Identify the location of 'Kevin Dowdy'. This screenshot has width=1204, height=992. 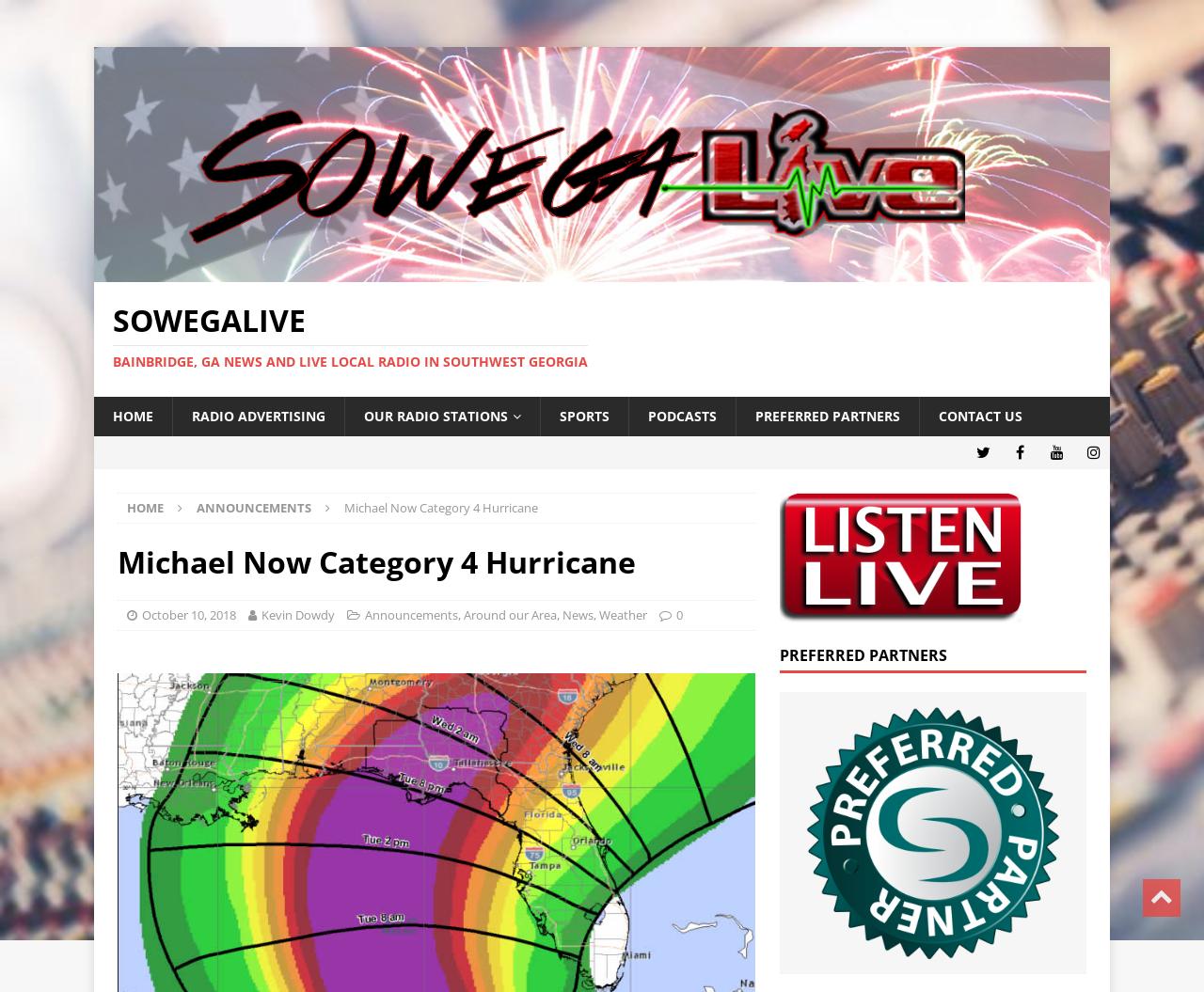
(297, 613).